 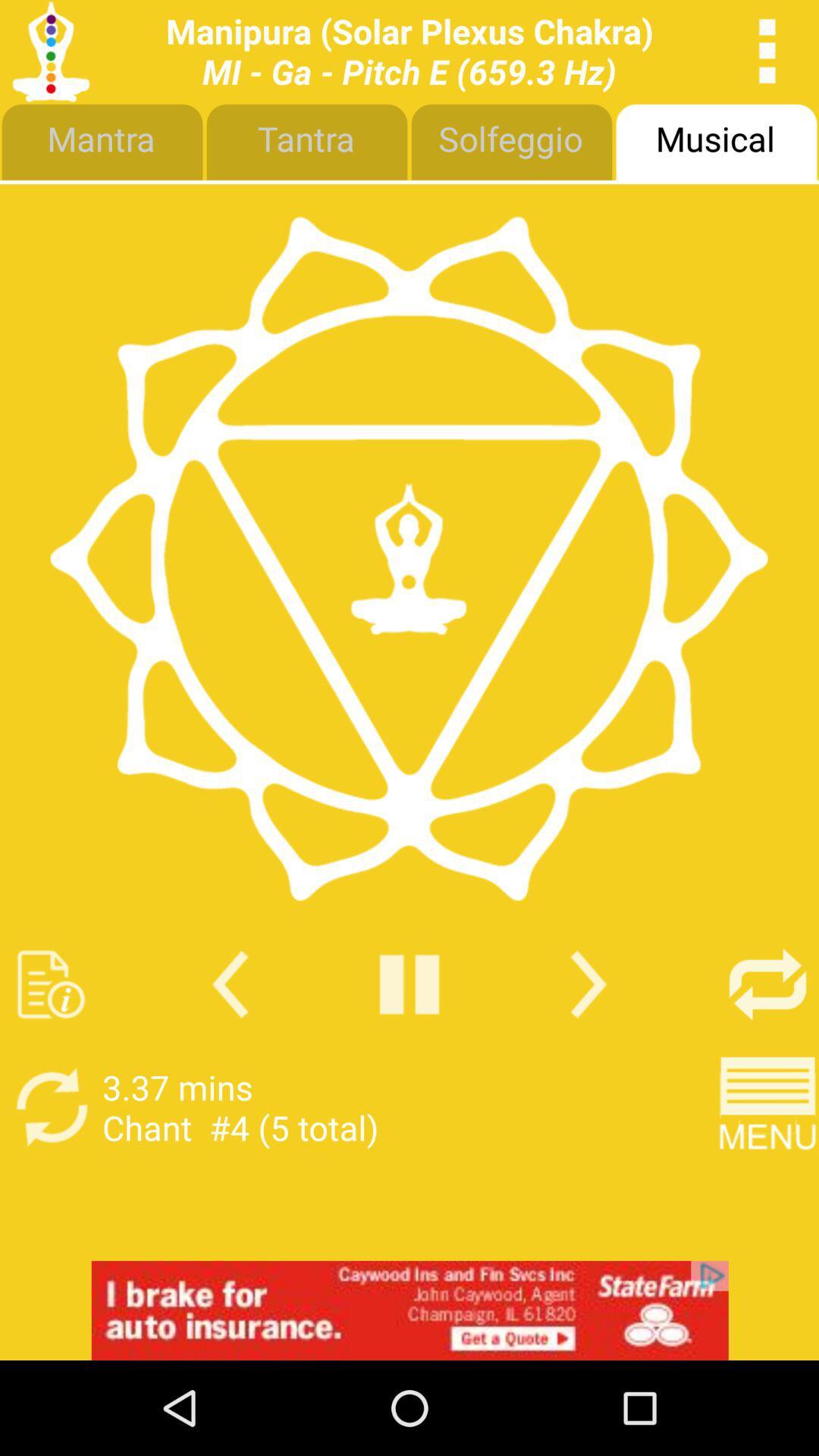 I want to click on repeat track, so click(x=767, y=984).